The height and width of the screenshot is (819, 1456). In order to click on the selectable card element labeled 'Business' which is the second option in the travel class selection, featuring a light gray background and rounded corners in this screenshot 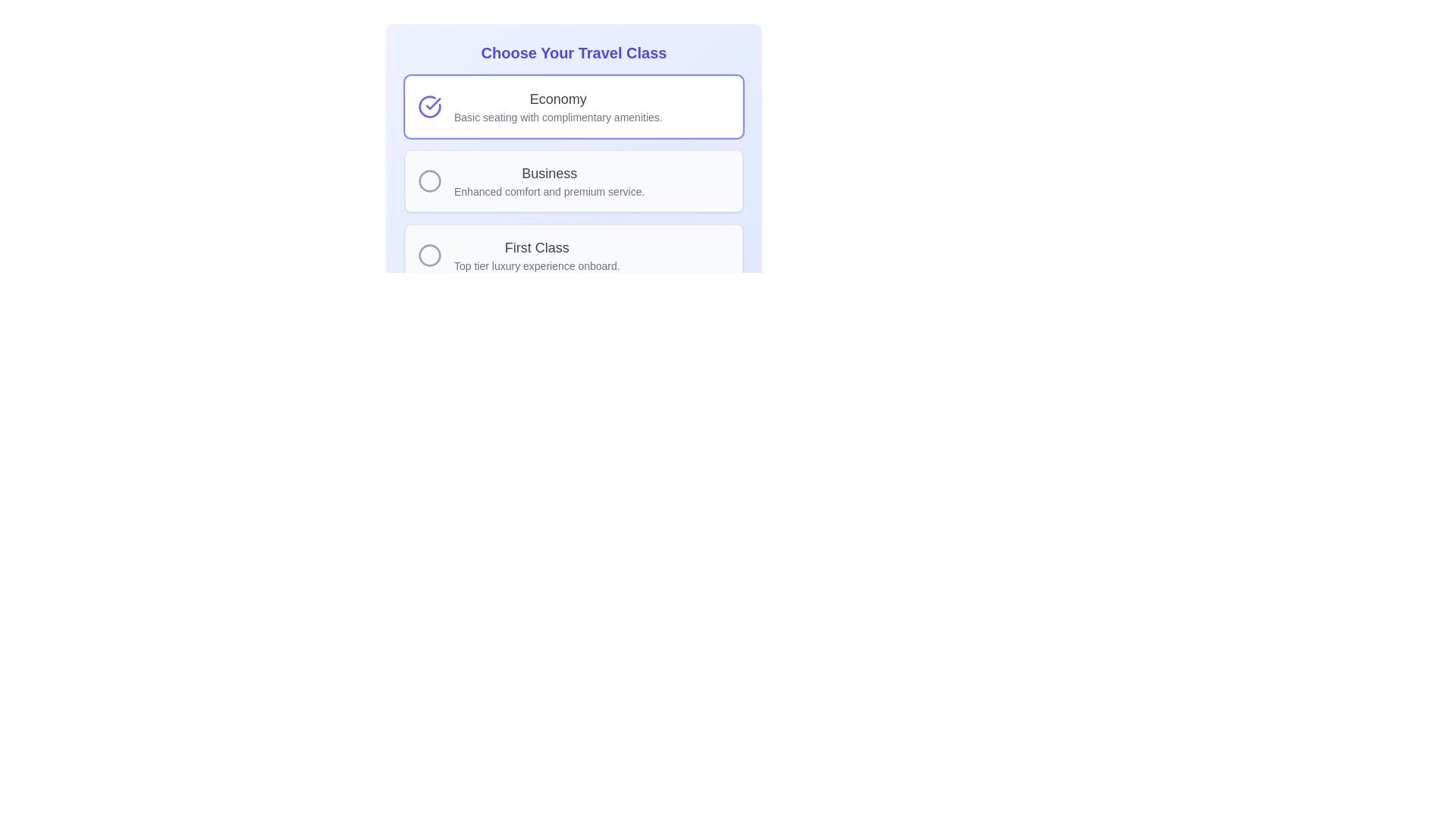, I will do `click(573, 180)`.